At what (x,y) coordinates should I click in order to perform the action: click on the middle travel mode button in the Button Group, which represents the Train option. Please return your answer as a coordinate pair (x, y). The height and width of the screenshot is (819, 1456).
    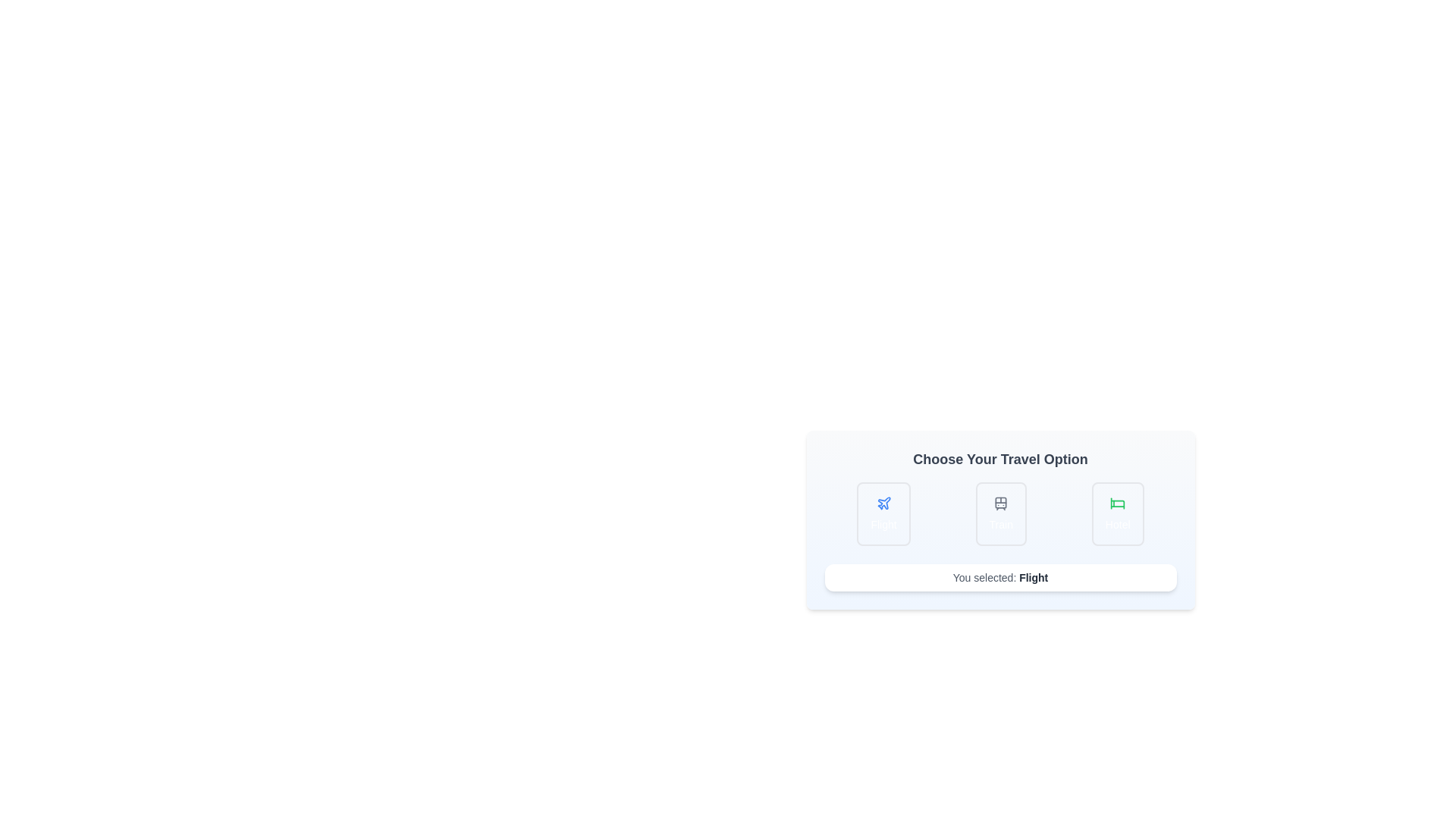
    Looking at the image, I should click on (1000, 513).